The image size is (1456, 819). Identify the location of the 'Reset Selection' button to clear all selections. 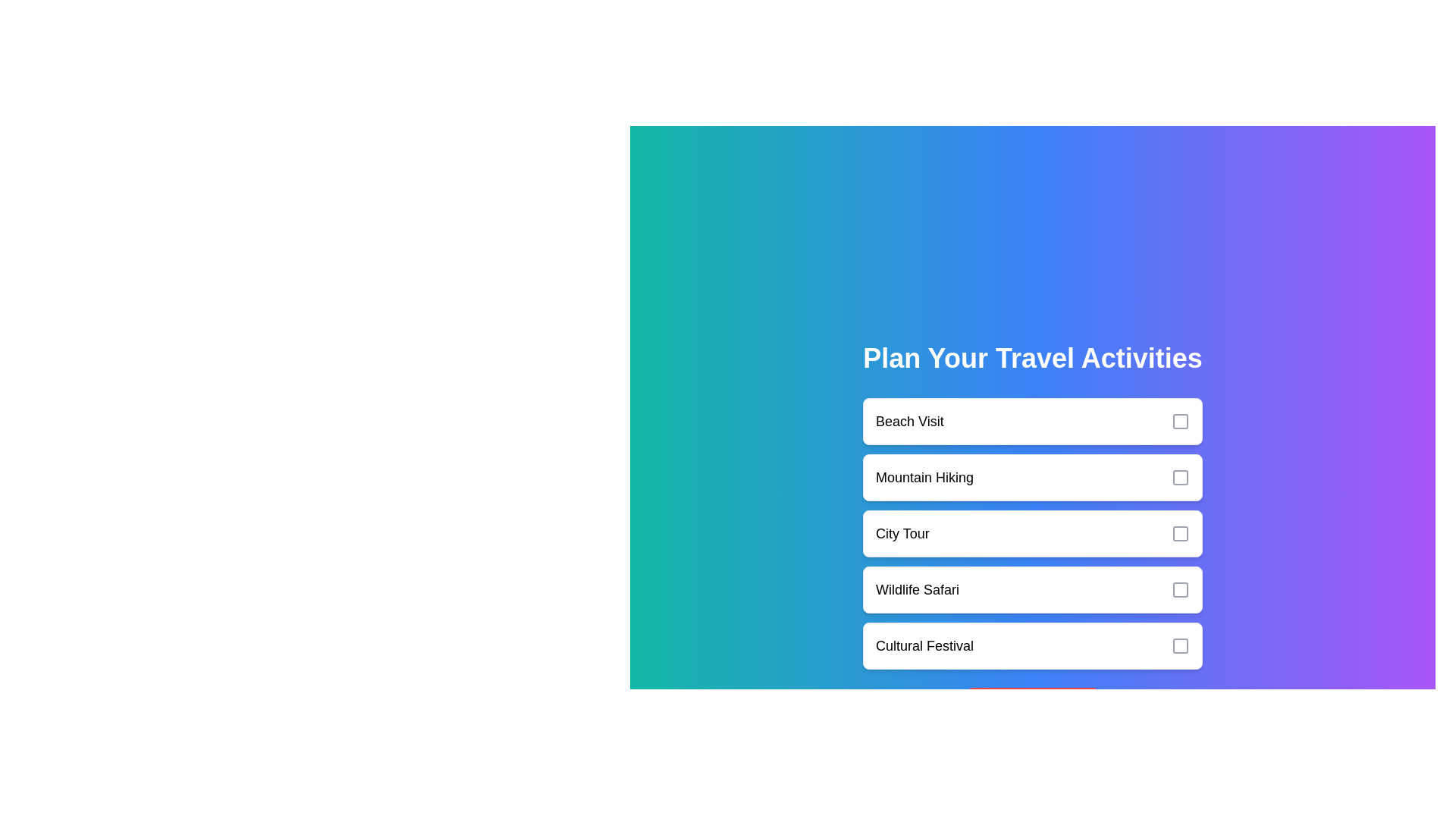
(1032, 708).